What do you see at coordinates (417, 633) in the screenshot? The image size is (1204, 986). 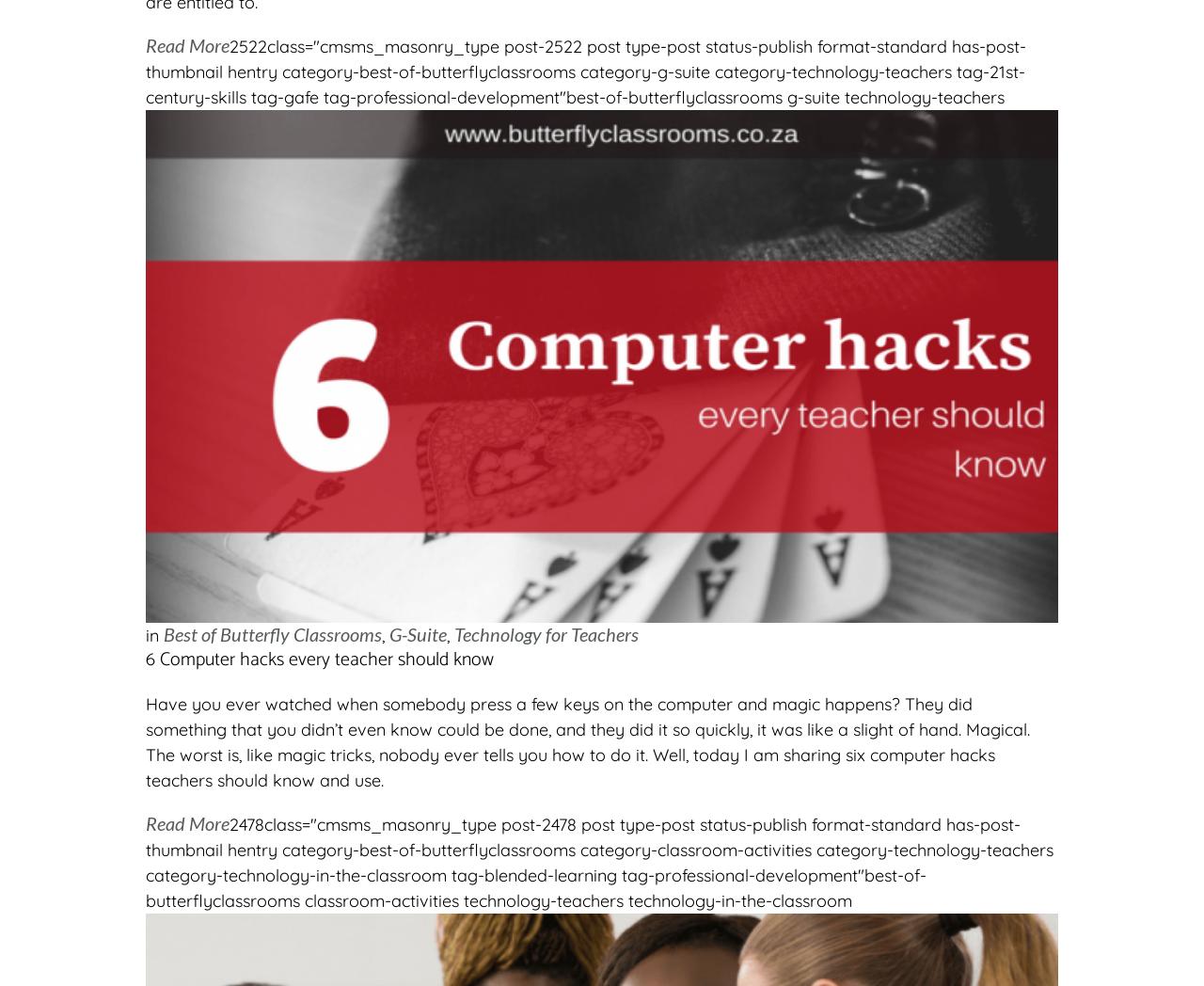 I see `'G-Suite'` at bounding box center [417, 633].